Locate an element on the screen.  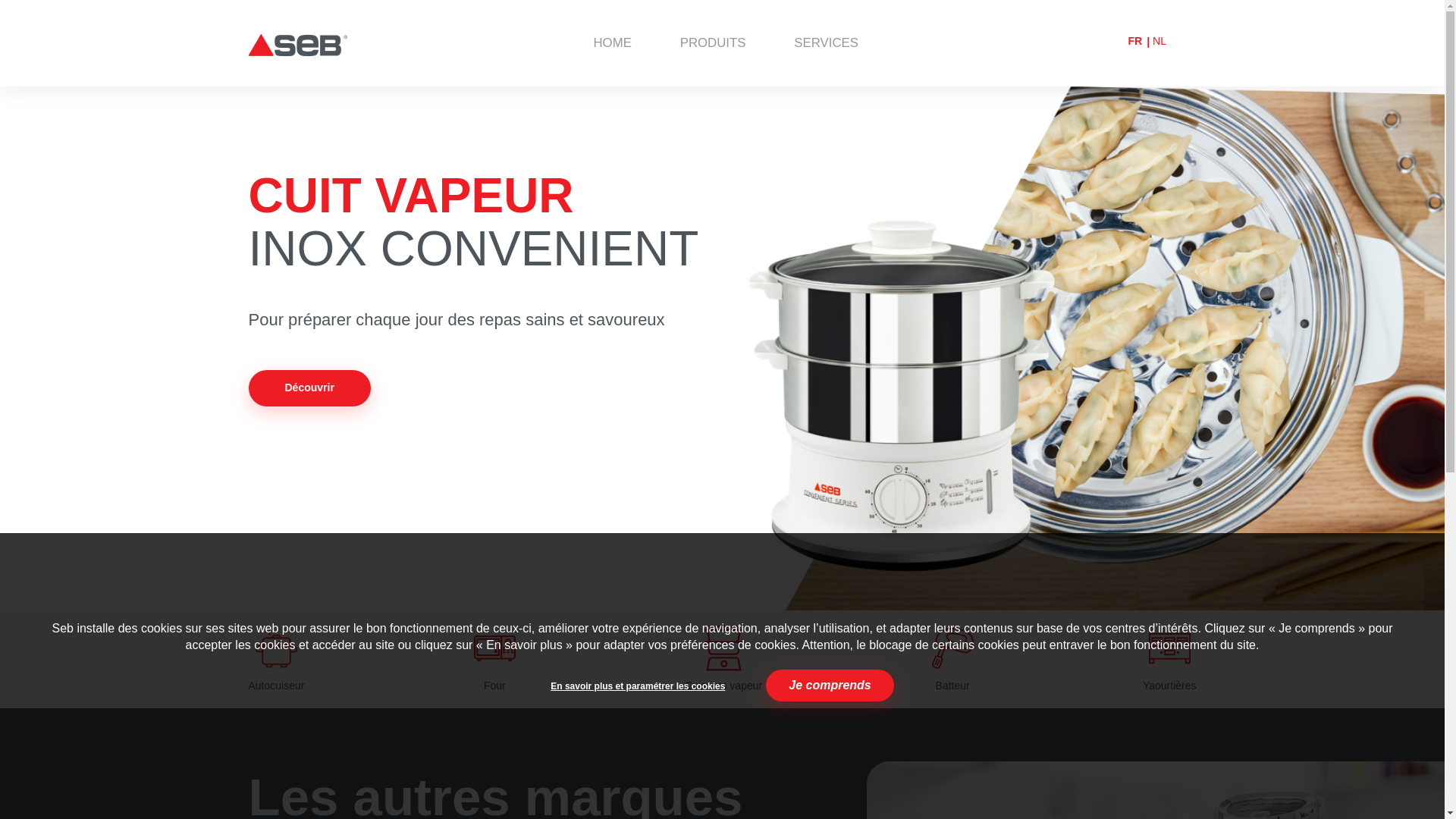
'NL' is located at coordinates (1159, 40).